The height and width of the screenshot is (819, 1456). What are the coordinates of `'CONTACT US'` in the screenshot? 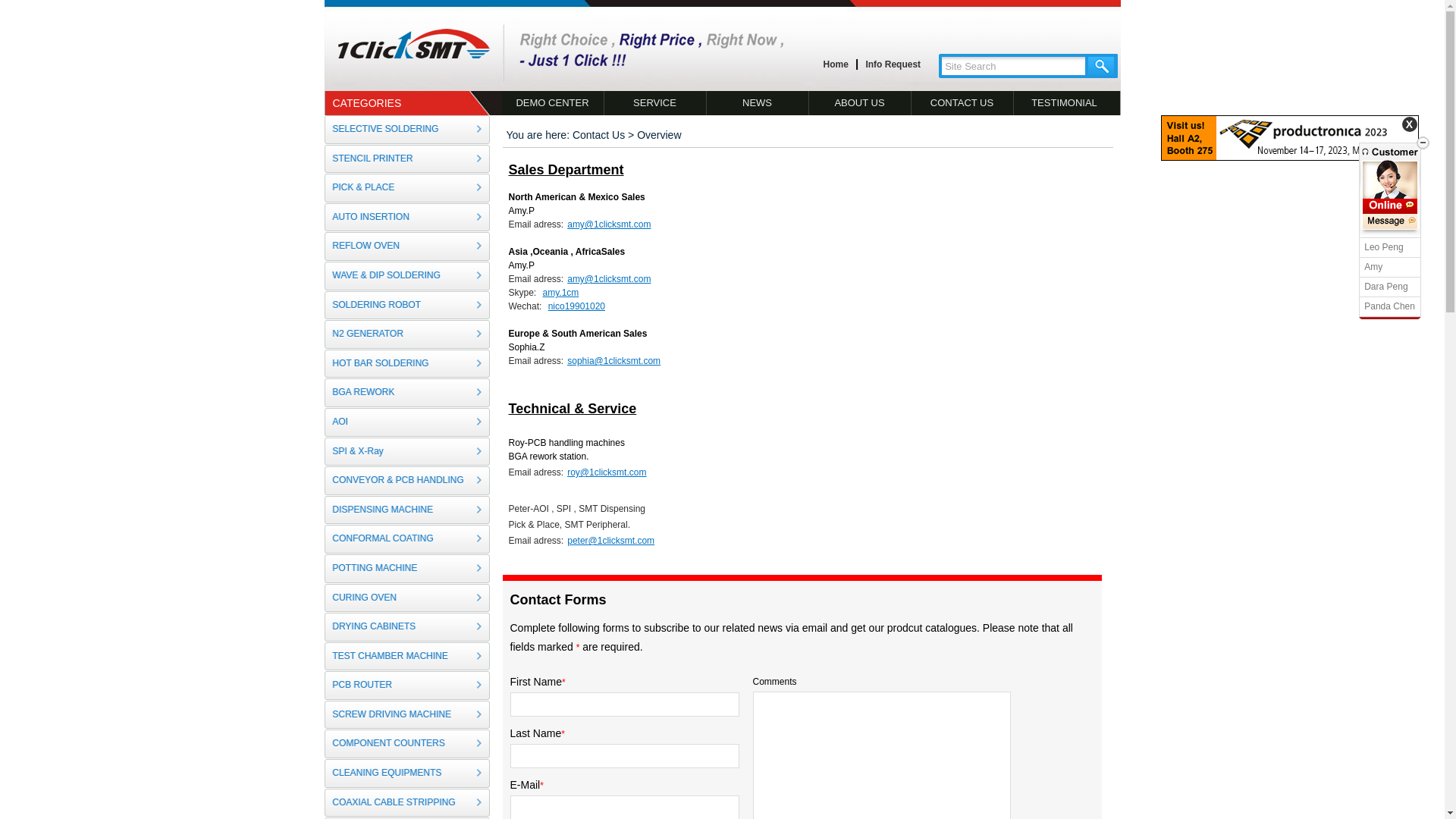 It's located at (962, 102).